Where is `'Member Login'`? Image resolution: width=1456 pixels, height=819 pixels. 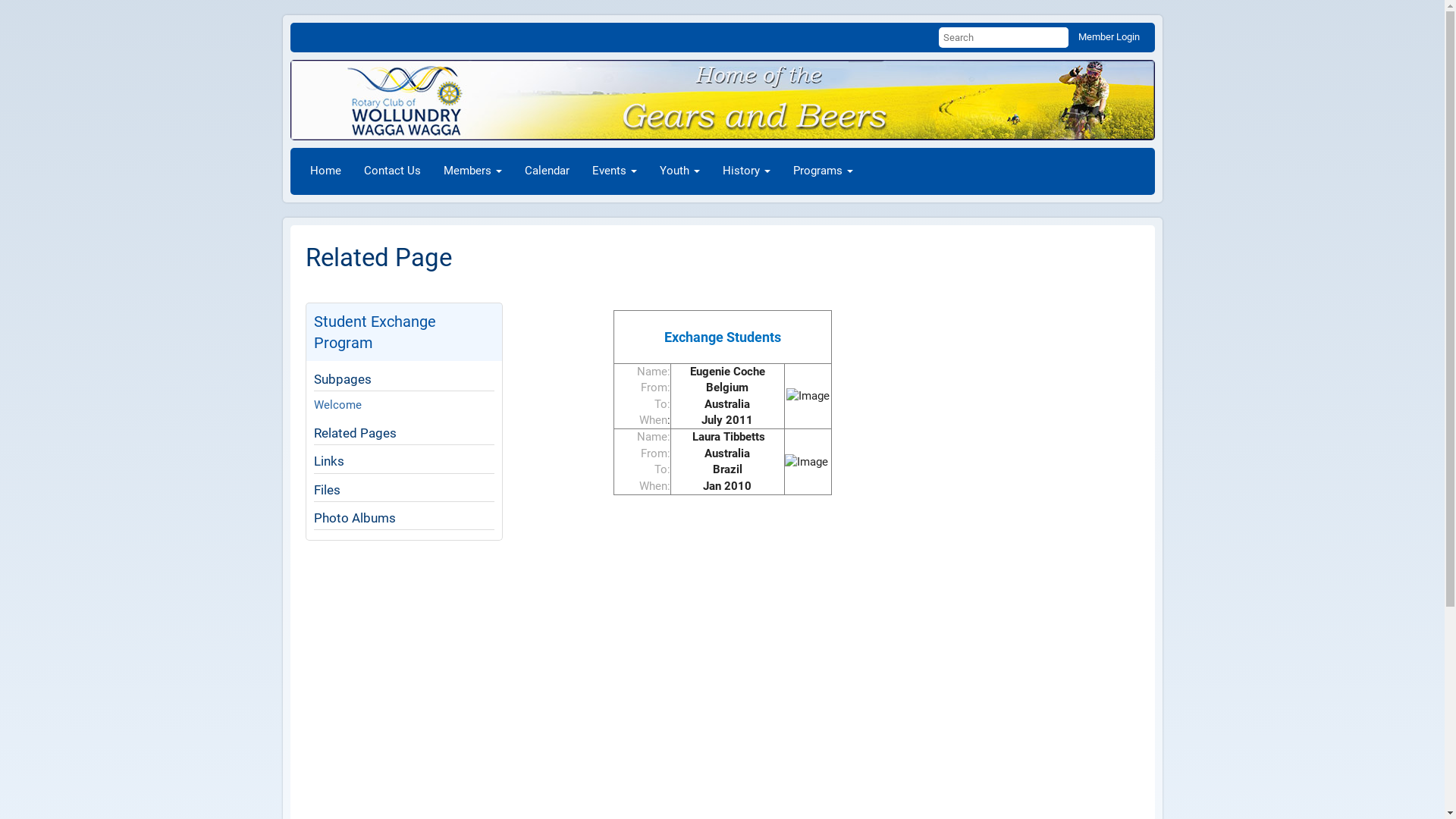 'Member Login' is located at coordinates (1109, 36).